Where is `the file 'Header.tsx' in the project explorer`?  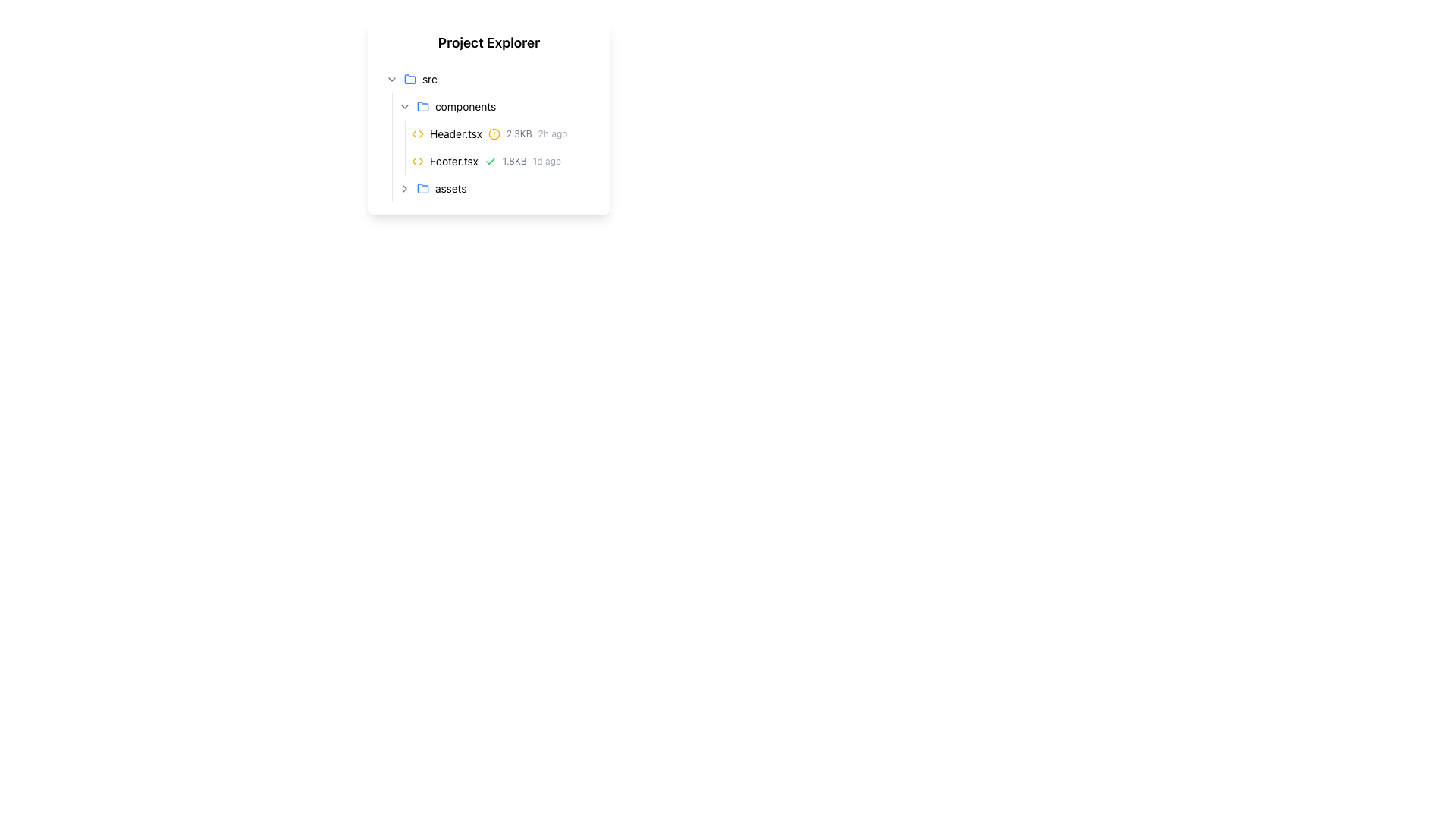
the file 'Header.tsx' in the project explorer is located at coordinates (502, 133).